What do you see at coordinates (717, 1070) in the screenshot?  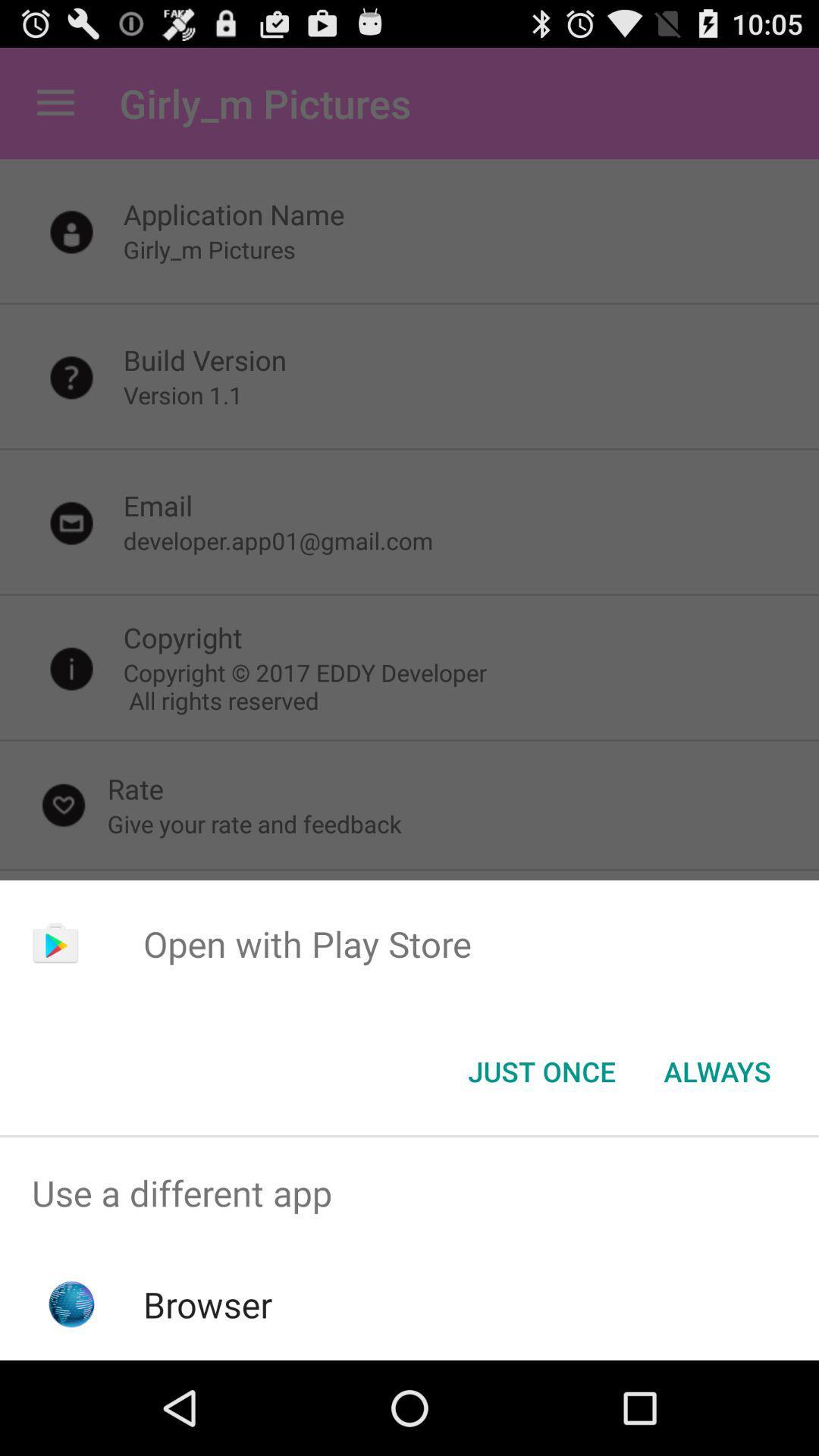 I see `the always button` at bounding box center [717, 1070].